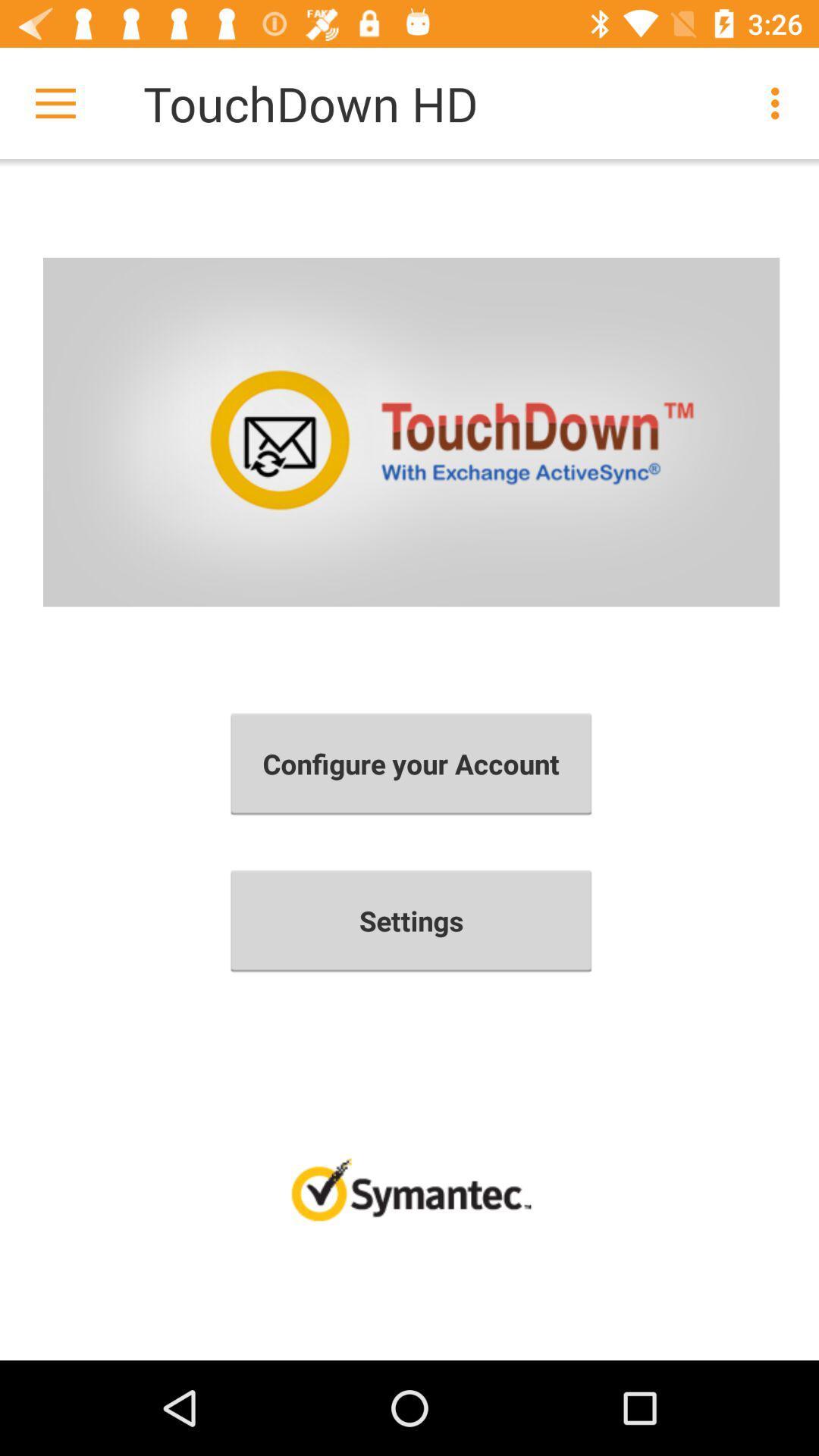 The width and height of the screenshot is (819, 1456). I want to click on settings, so click(411, 920).